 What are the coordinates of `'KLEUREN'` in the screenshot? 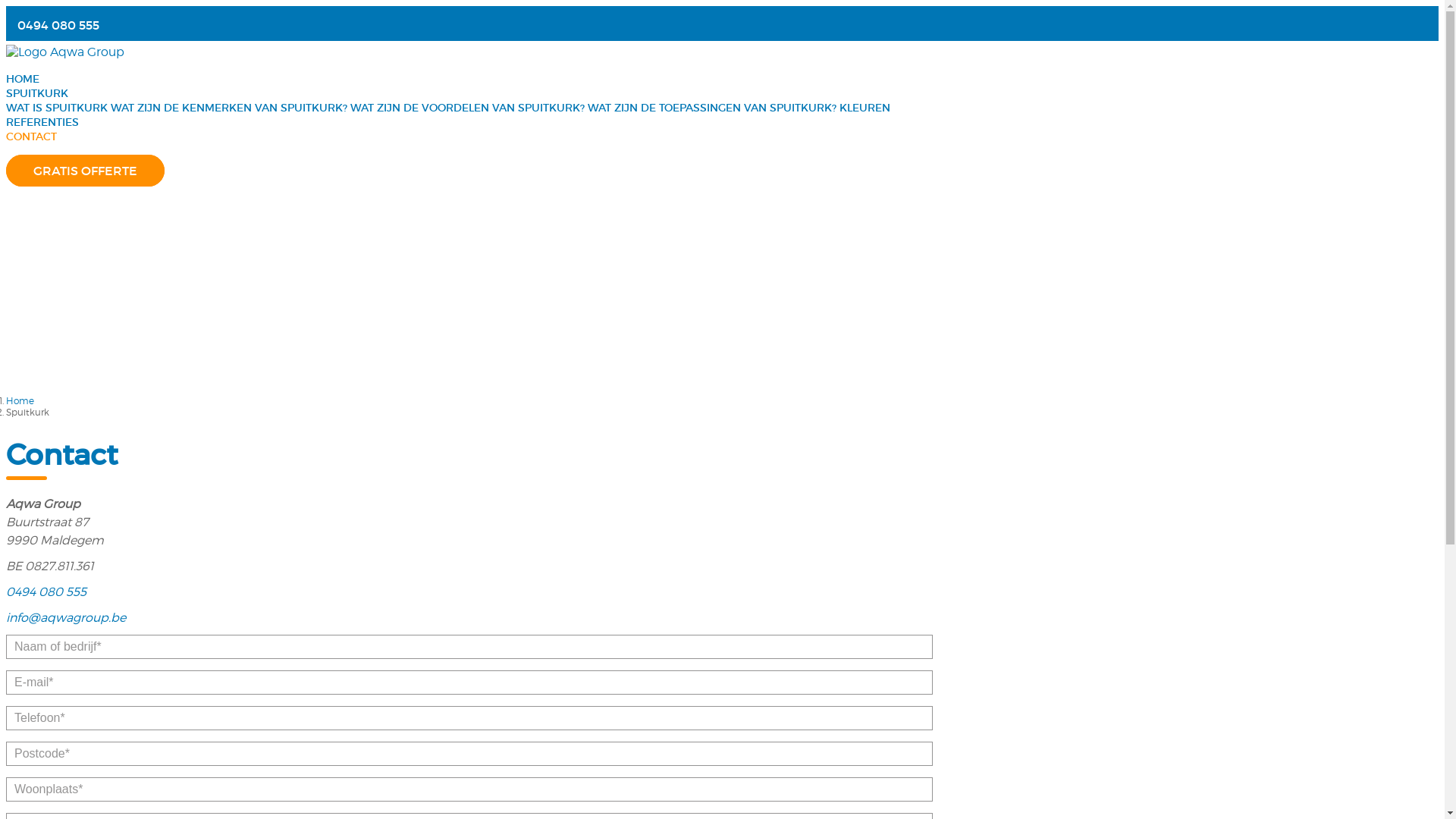 It's located at (864, 107).